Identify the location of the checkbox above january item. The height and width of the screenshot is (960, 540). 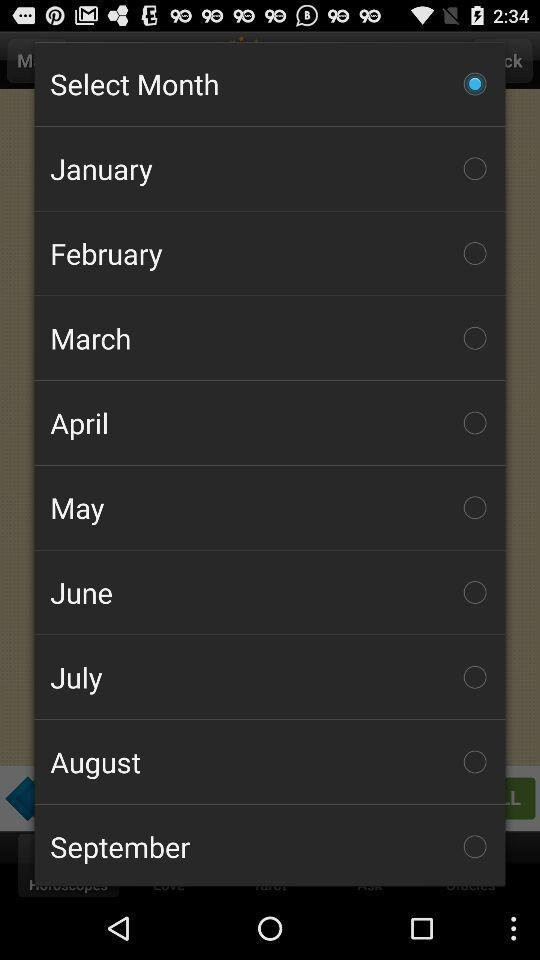
(270, 84).